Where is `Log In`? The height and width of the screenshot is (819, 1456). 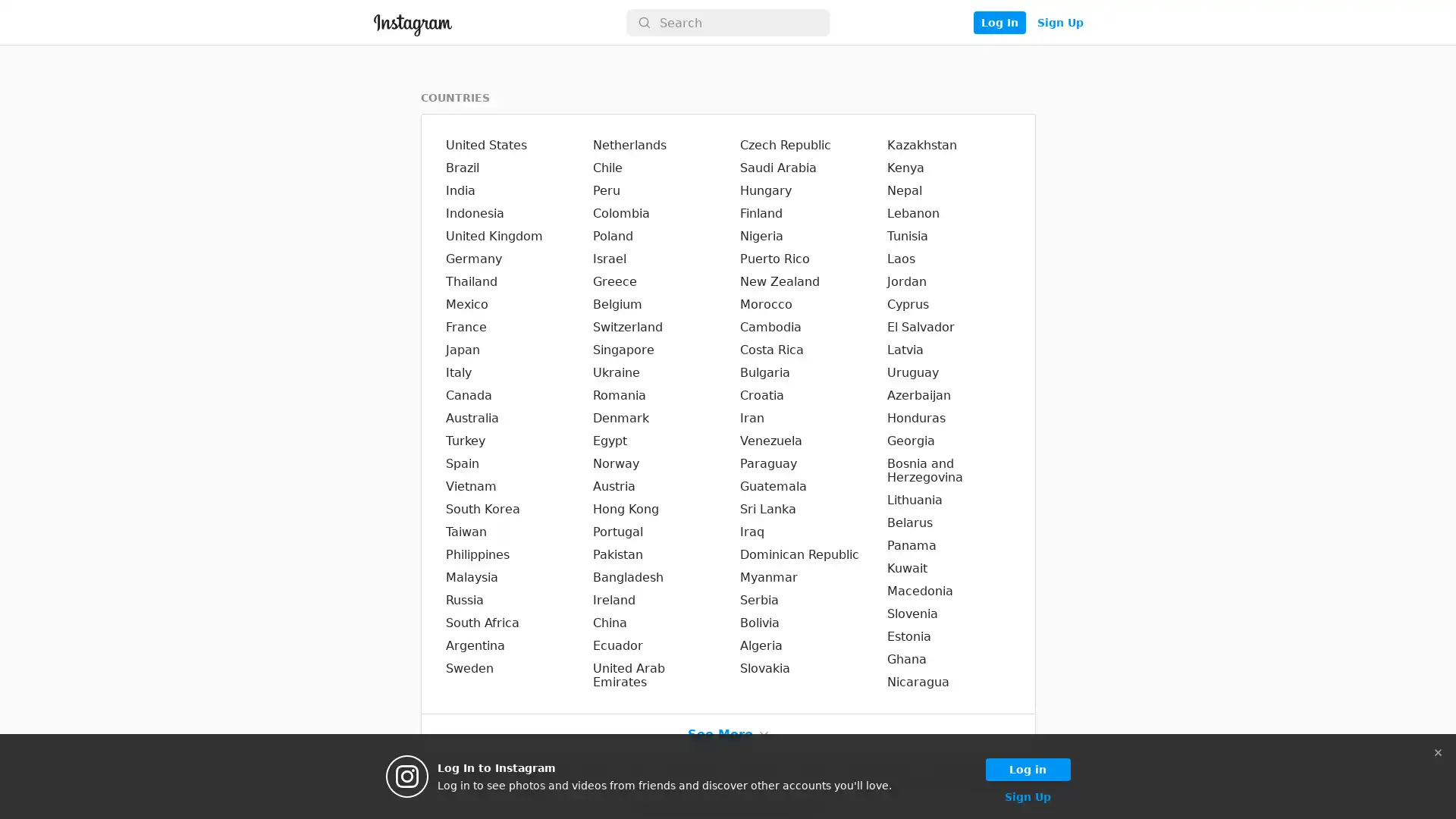
Log In is located at coordinates (999, 23).